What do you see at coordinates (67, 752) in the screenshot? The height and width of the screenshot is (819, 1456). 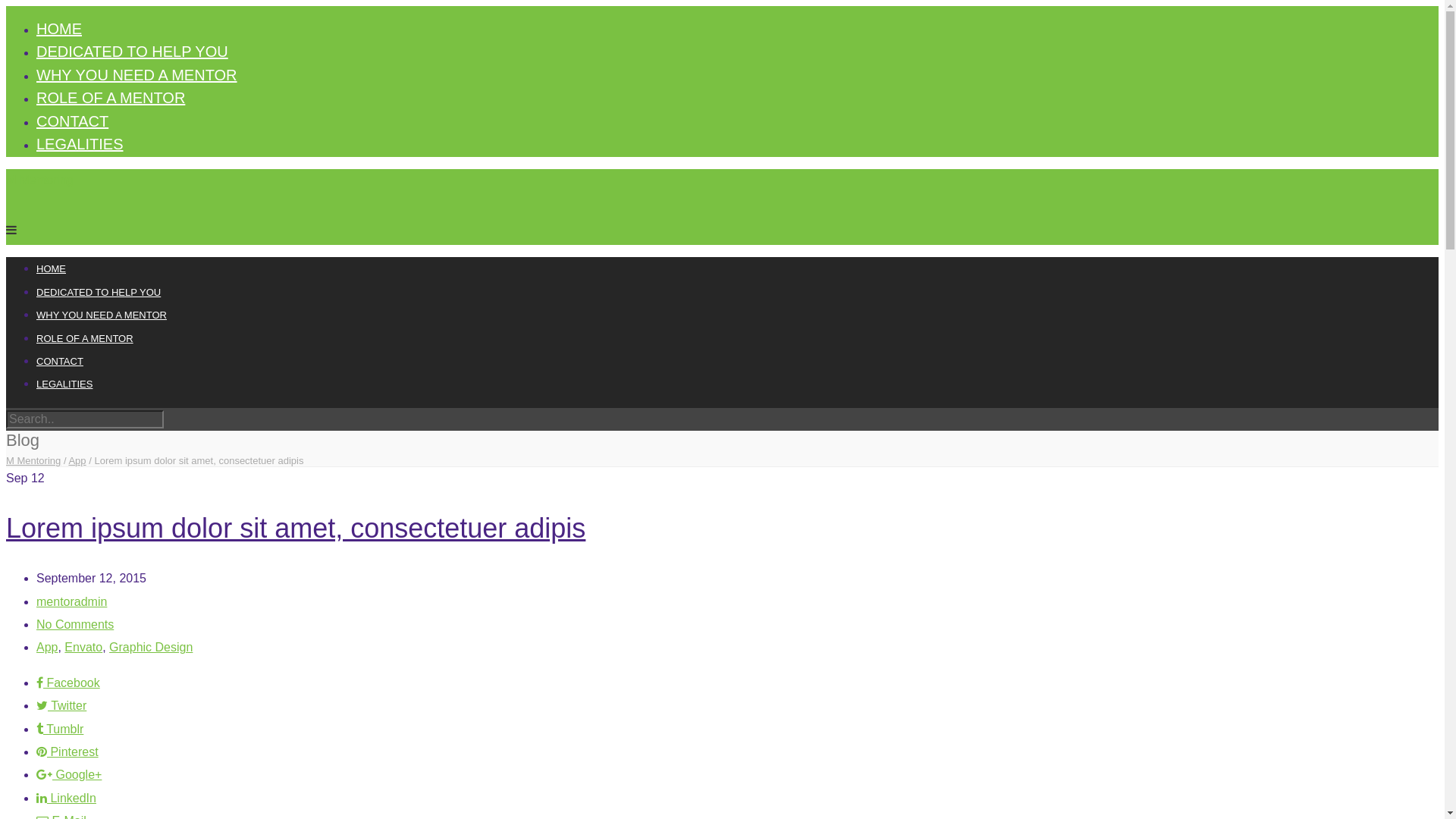 I see `'Pinterest'` at bounding box center [67, 752].